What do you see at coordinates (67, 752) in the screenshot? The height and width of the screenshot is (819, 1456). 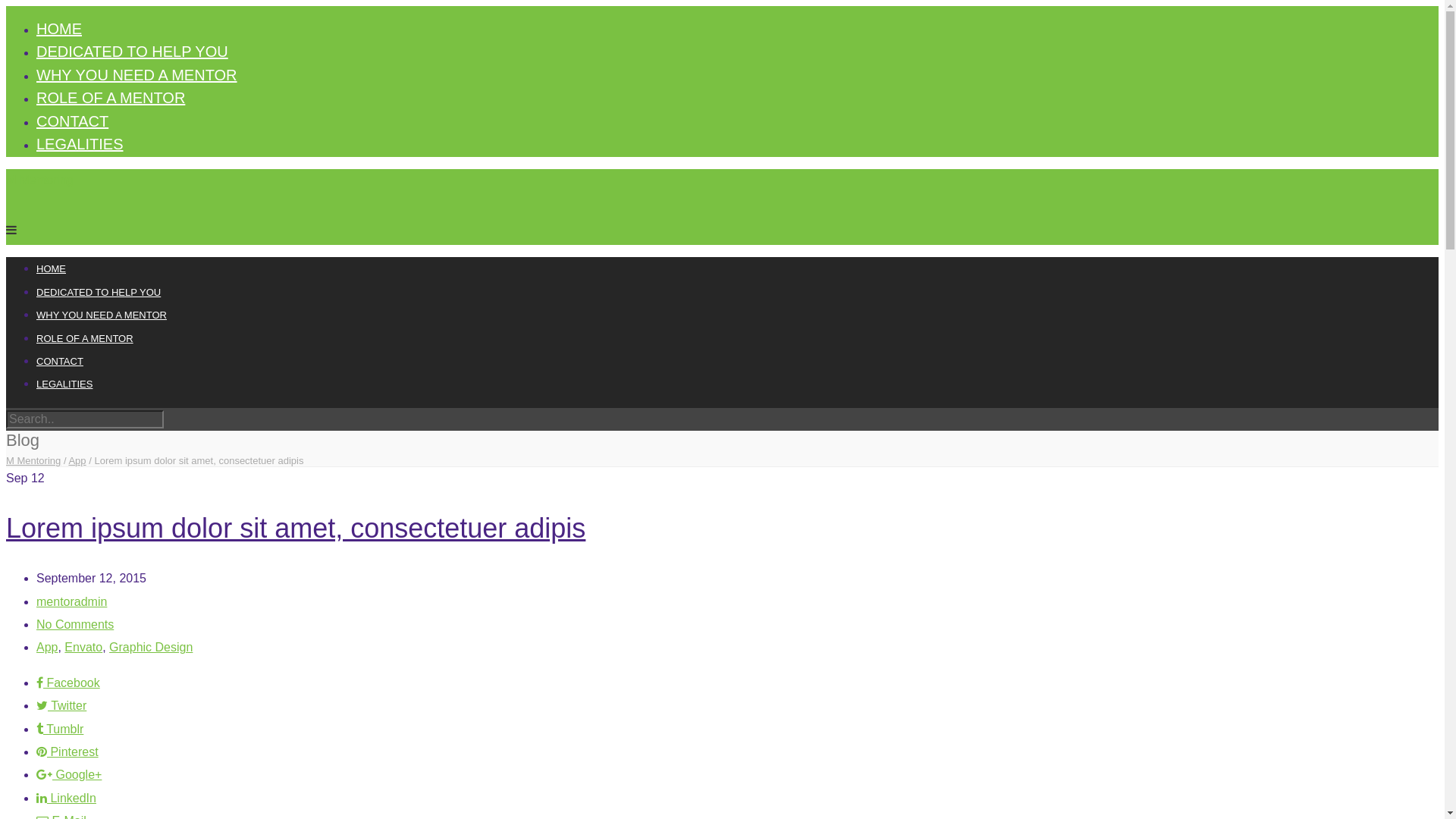 I see `'Pinterest'` at bounding box center [67, 752].